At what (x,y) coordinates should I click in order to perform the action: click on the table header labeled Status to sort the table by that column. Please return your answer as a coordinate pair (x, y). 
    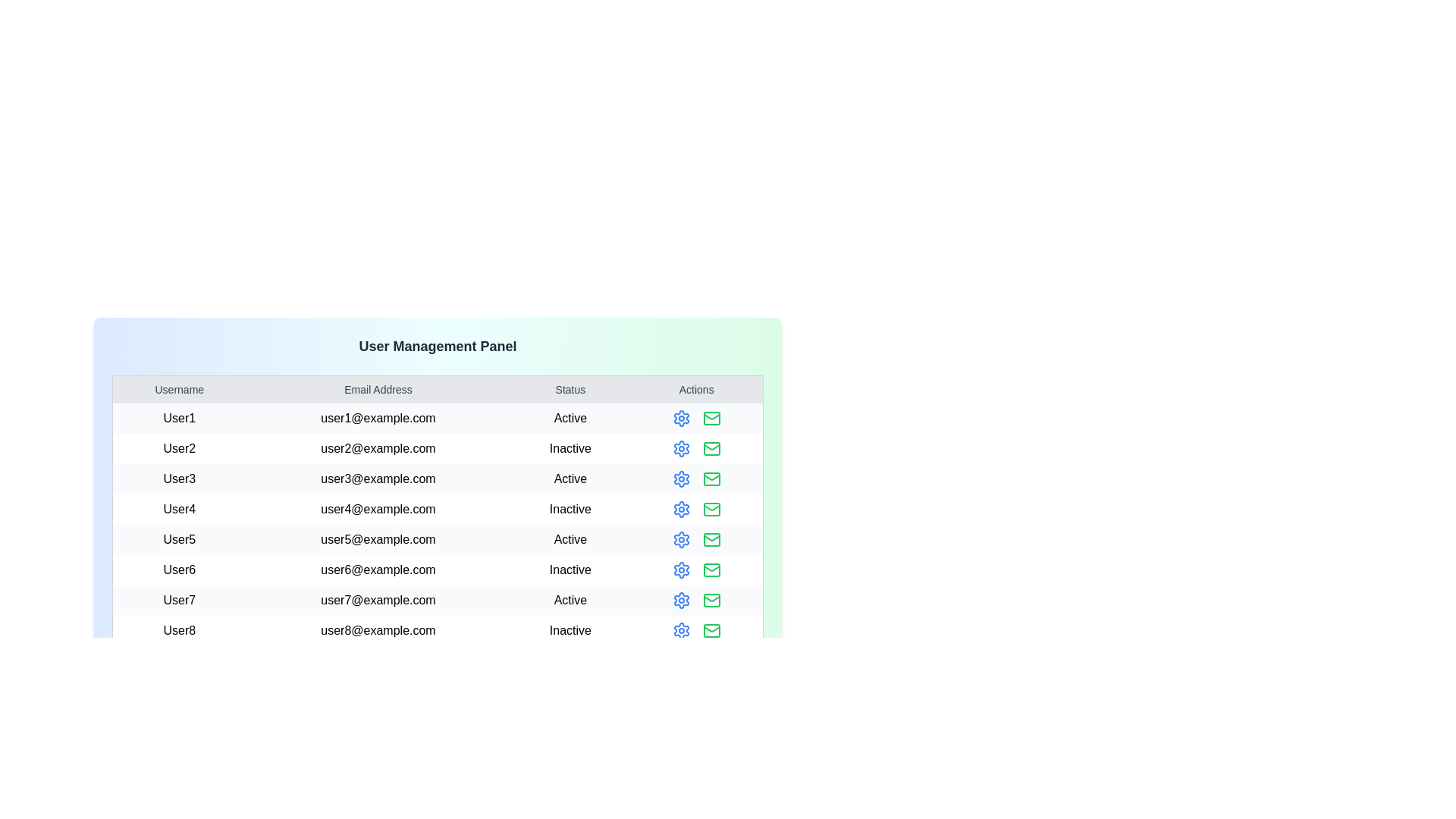
    Looking at the image, I should click on (570, 388).